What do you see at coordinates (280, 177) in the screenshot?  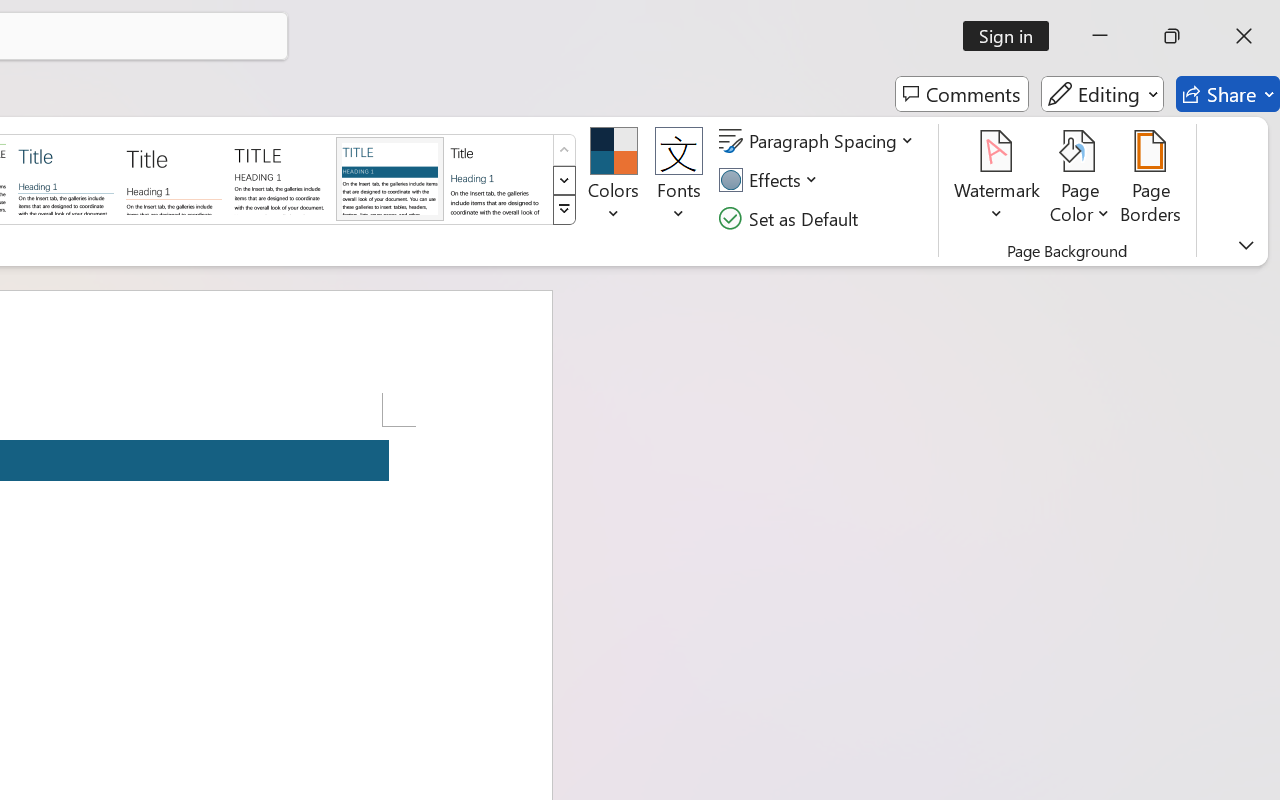 I see `'Minimalist'` at bounding box center [280, 177].